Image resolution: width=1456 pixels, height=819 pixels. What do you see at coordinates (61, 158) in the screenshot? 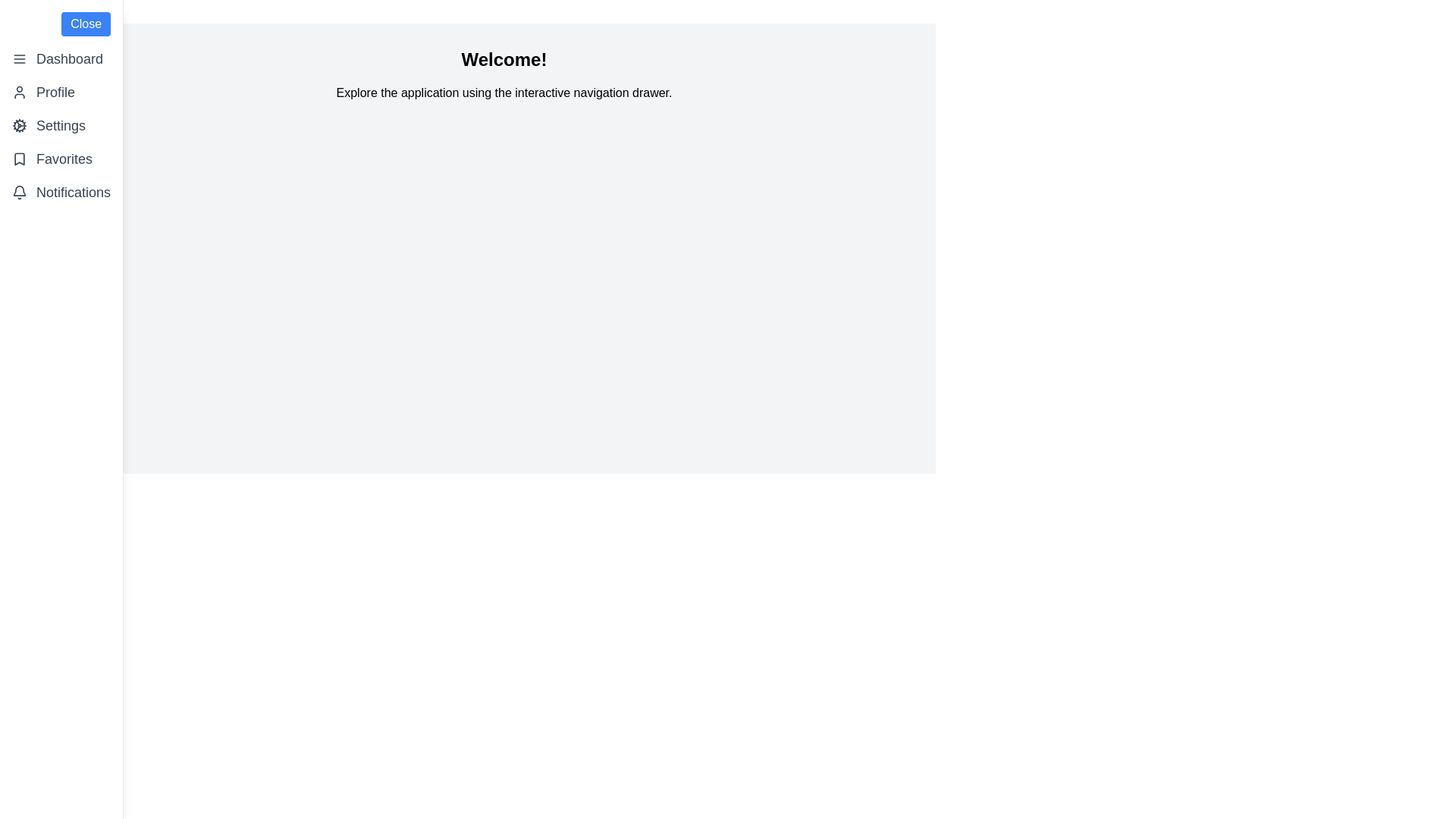
I see `the navigation item Favorites` at bounding box center [61, 158].